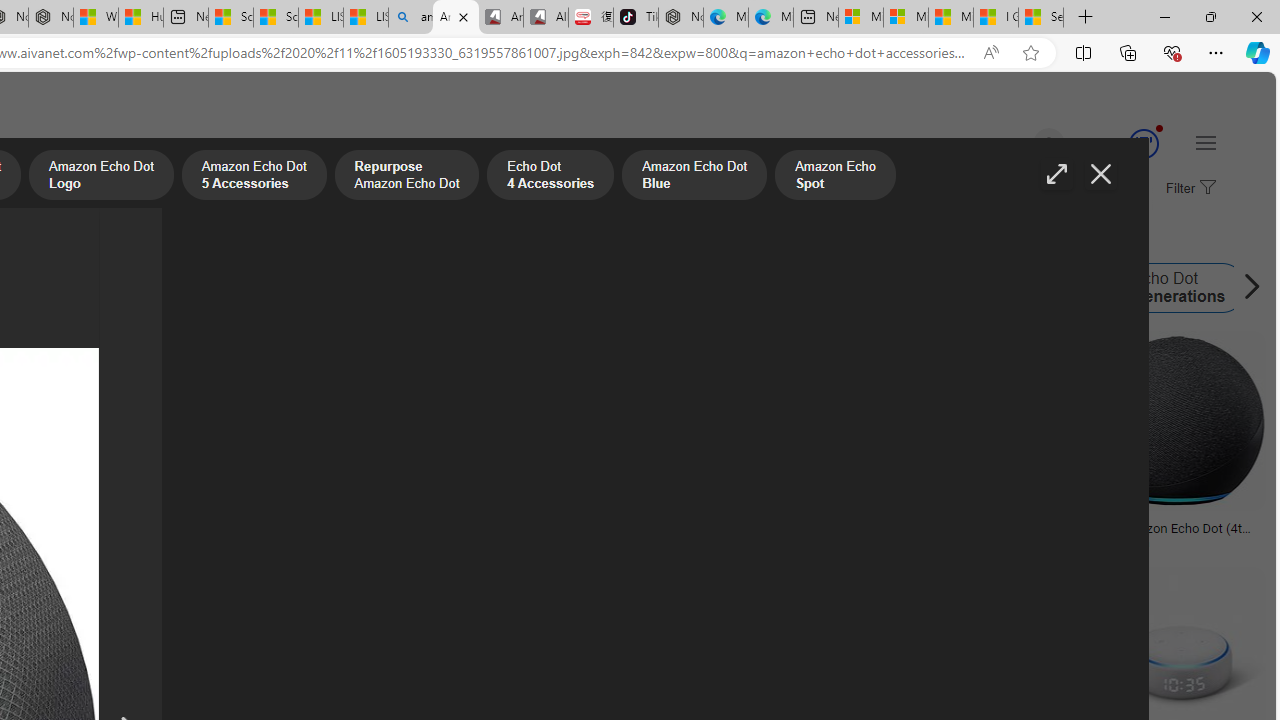 The image size is (1280, 720). I want to click on 'Class: medal-svg-animation', so click(1143, 143).